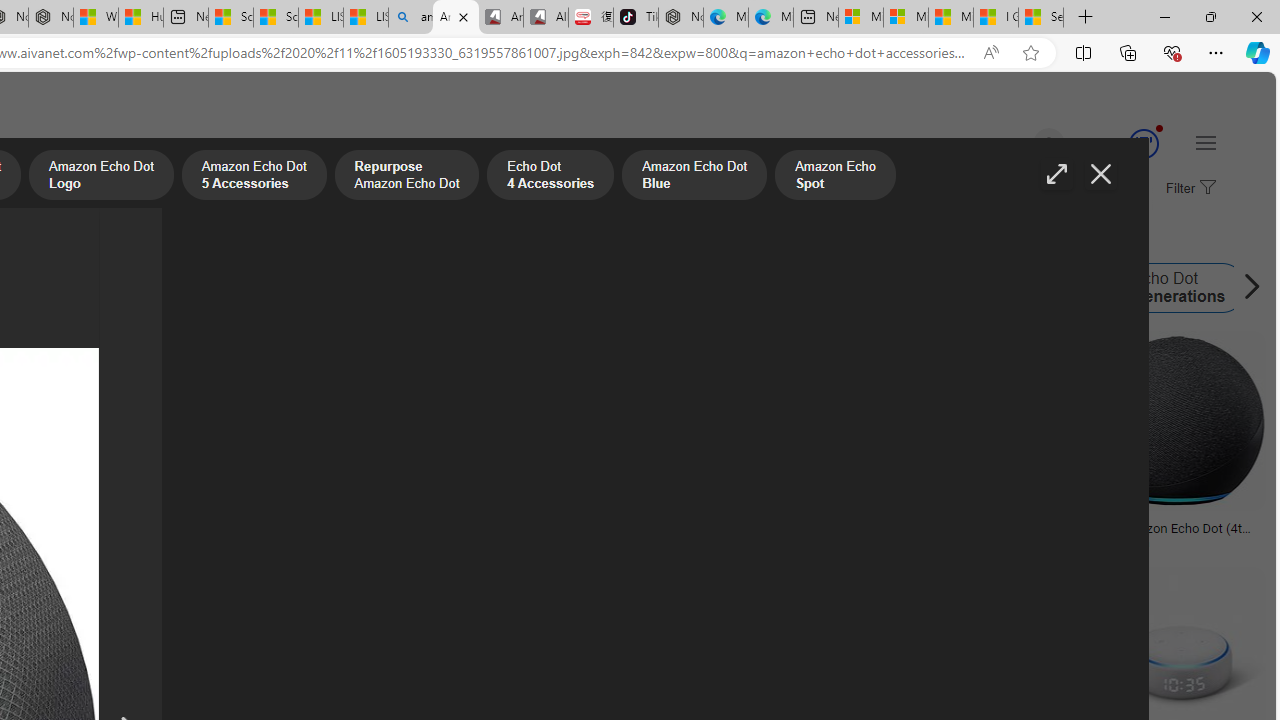 The image size is (1280, 720). I want to click on 'Class: medal-svg-animation', so click(1143, 143).